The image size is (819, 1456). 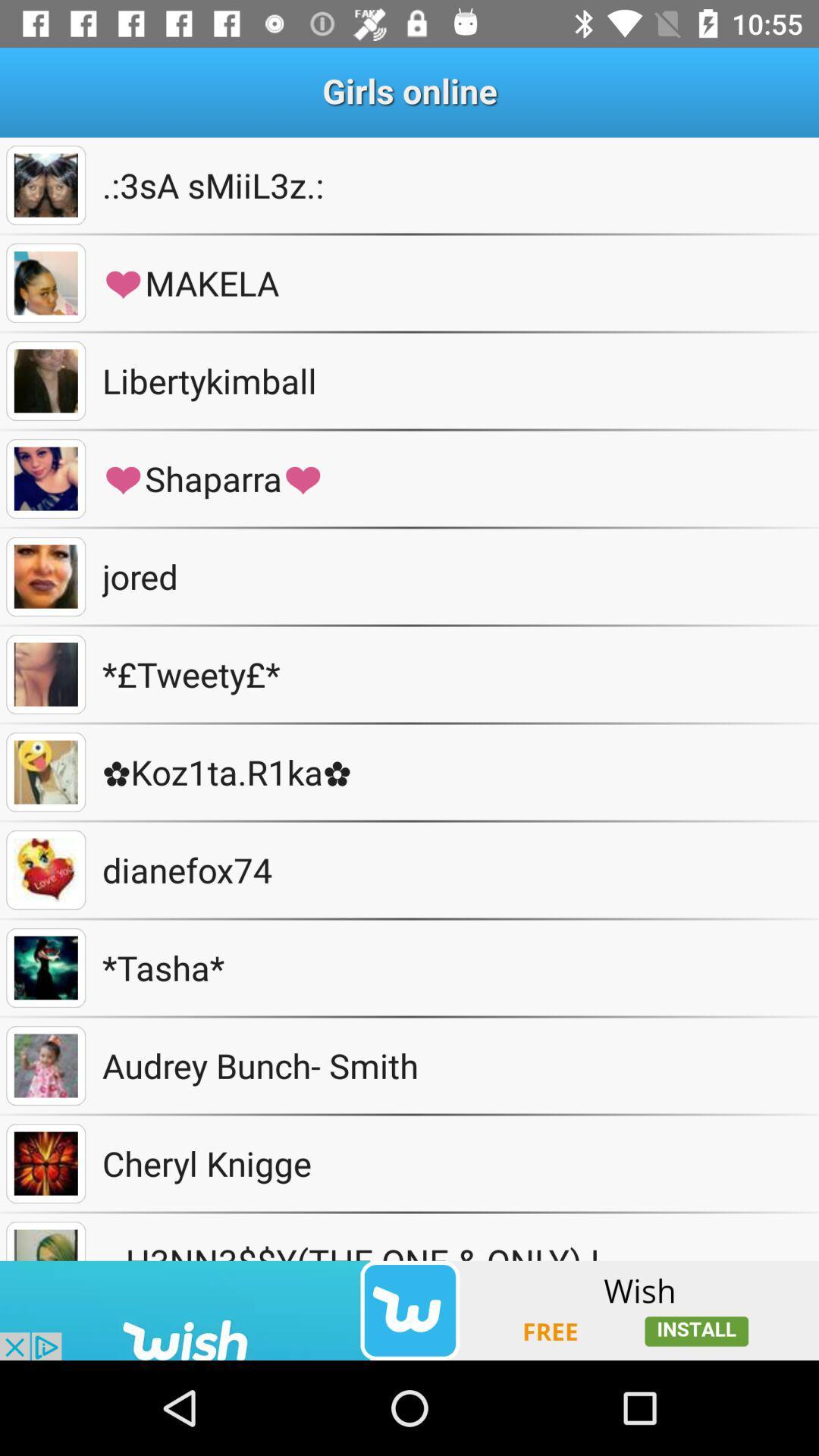 What do you see at coordinates (45, 184) in the screenshot?
I see `face book page` at bounding box center [45, 184].